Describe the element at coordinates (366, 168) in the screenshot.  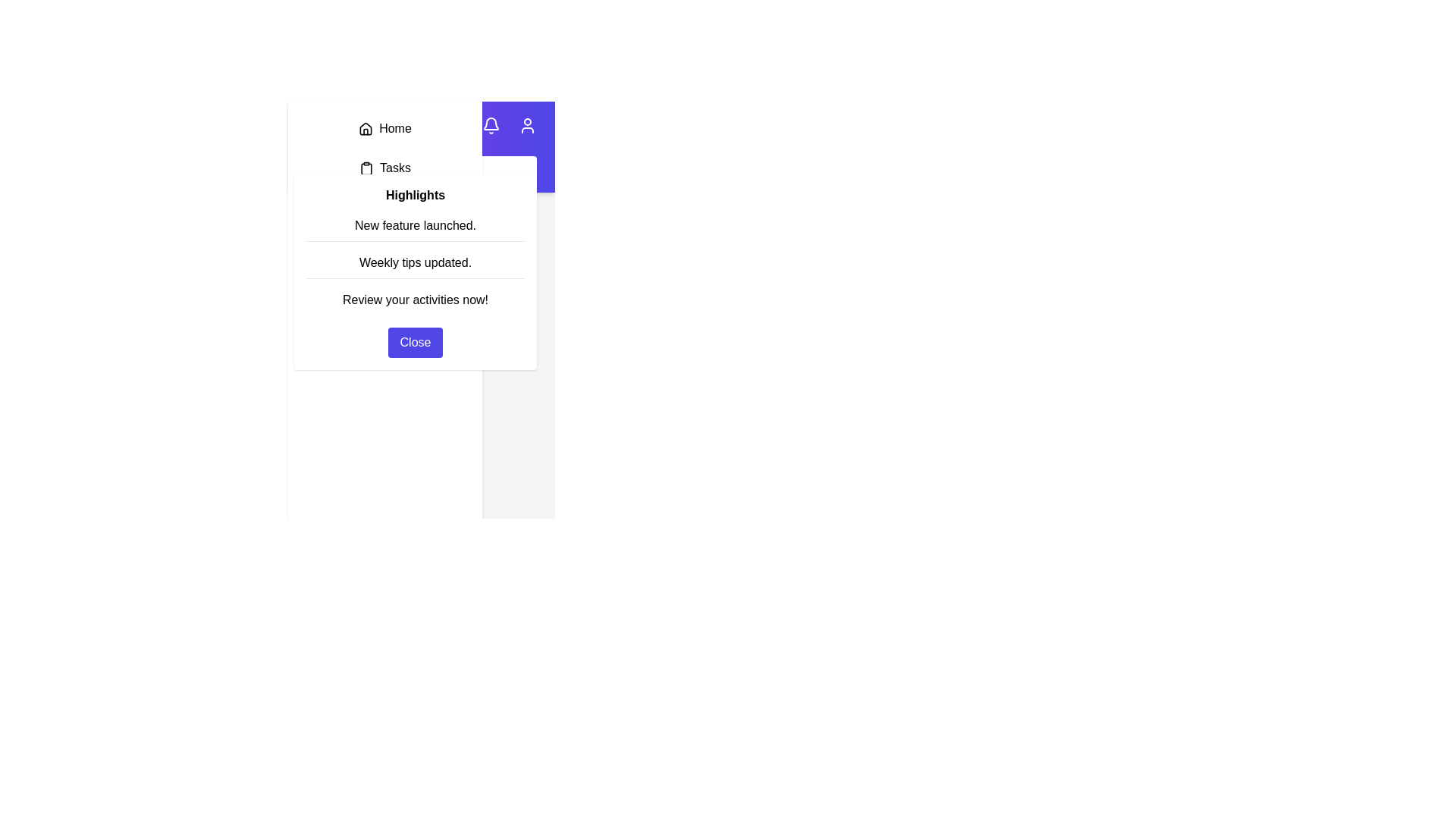
I see `the clipboard icon, which is styled with a black stroke and no fill, located to the left of the 'Tasks' text` at that location.